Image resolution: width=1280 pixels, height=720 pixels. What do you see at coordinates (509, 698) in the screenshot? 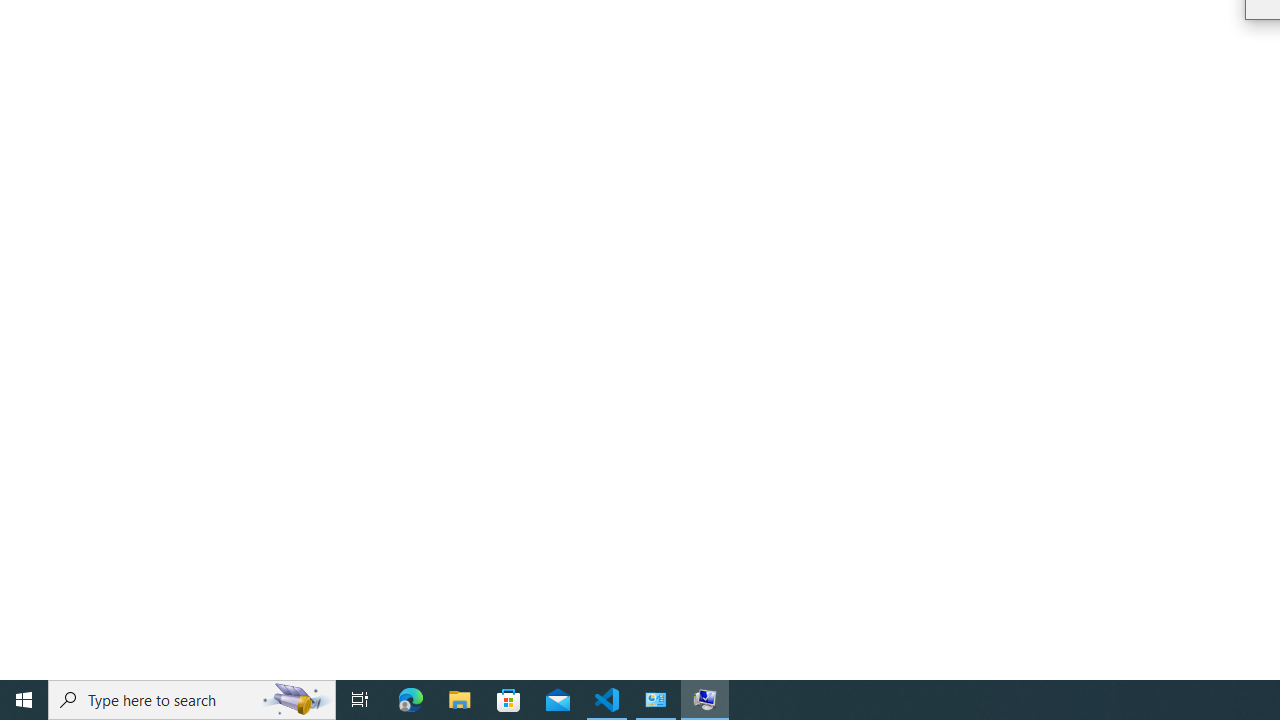
I see `'Microsoft Store'` at bounding box center [509, 698].